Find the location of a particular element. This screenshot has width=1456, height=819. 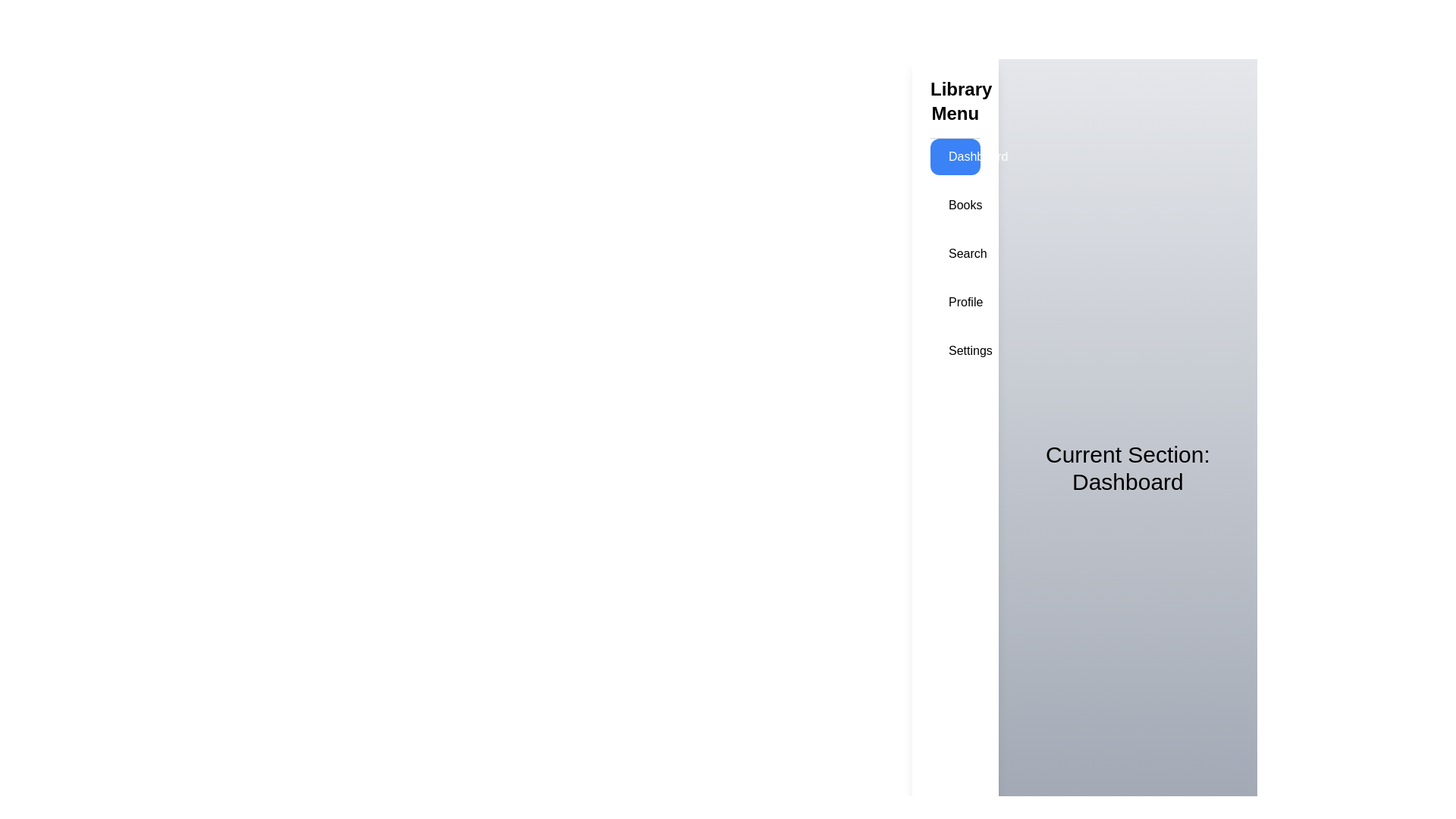

the menu item corresponding to Settings to navigate to that section is located at coordinates (954, 350).